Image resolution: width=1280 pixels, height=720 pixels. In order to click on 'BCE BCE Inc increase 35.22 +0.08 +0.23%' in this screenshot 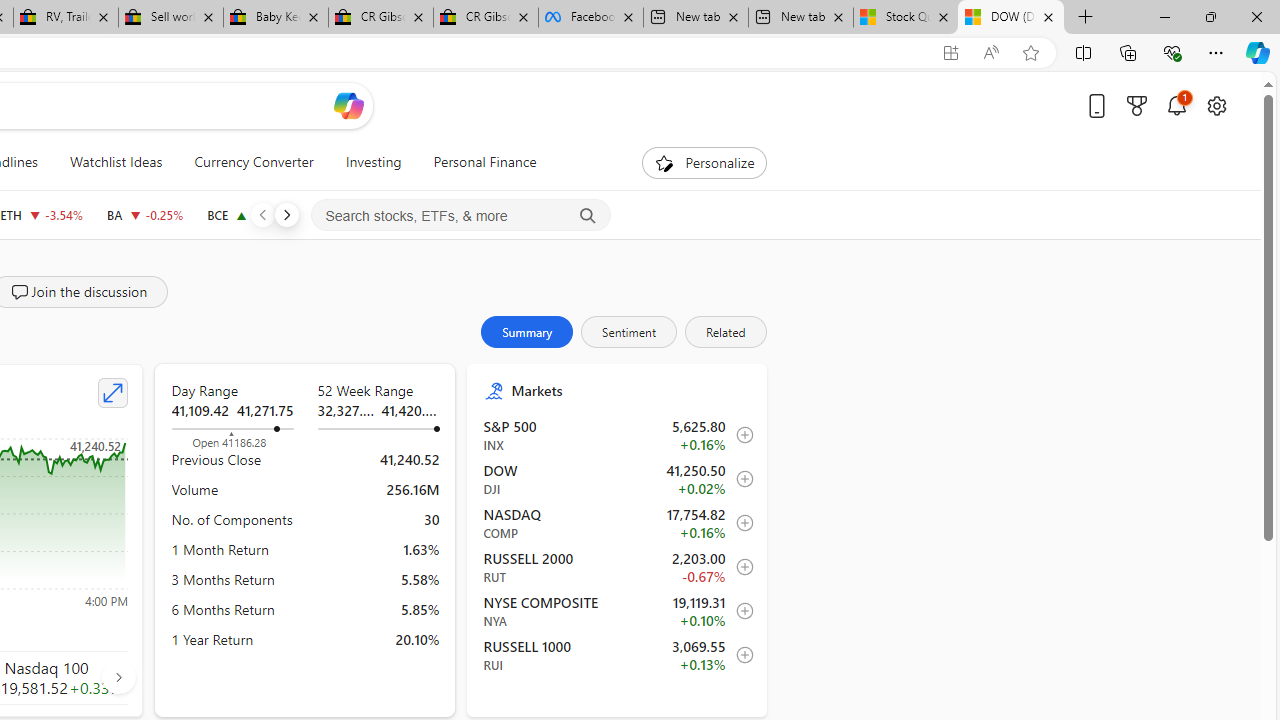, I will do `click(248, 214)`.